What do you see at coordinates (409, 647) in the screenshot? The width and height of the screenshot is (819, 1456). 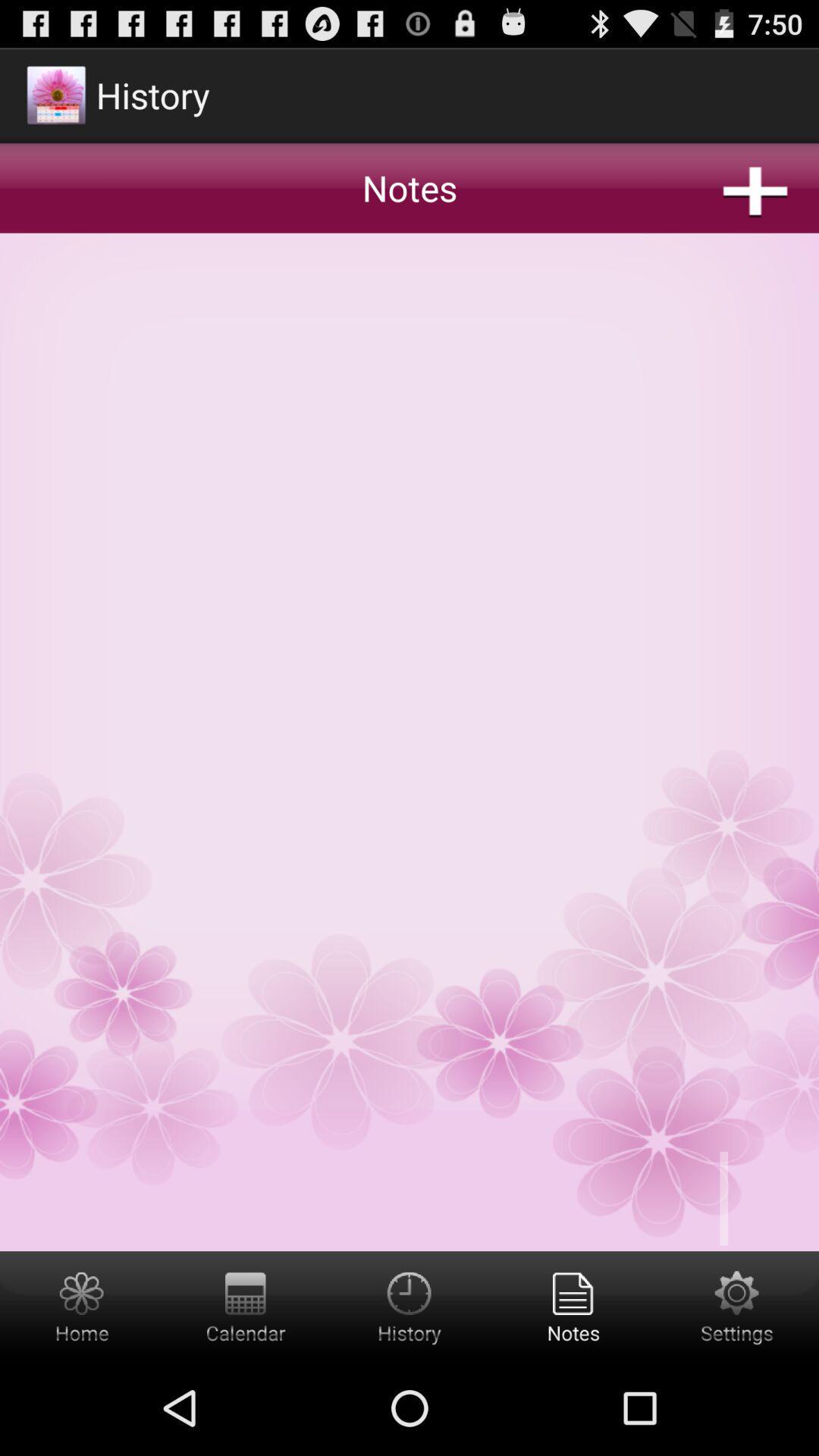 I see `note` at bounding box center [409, 647].